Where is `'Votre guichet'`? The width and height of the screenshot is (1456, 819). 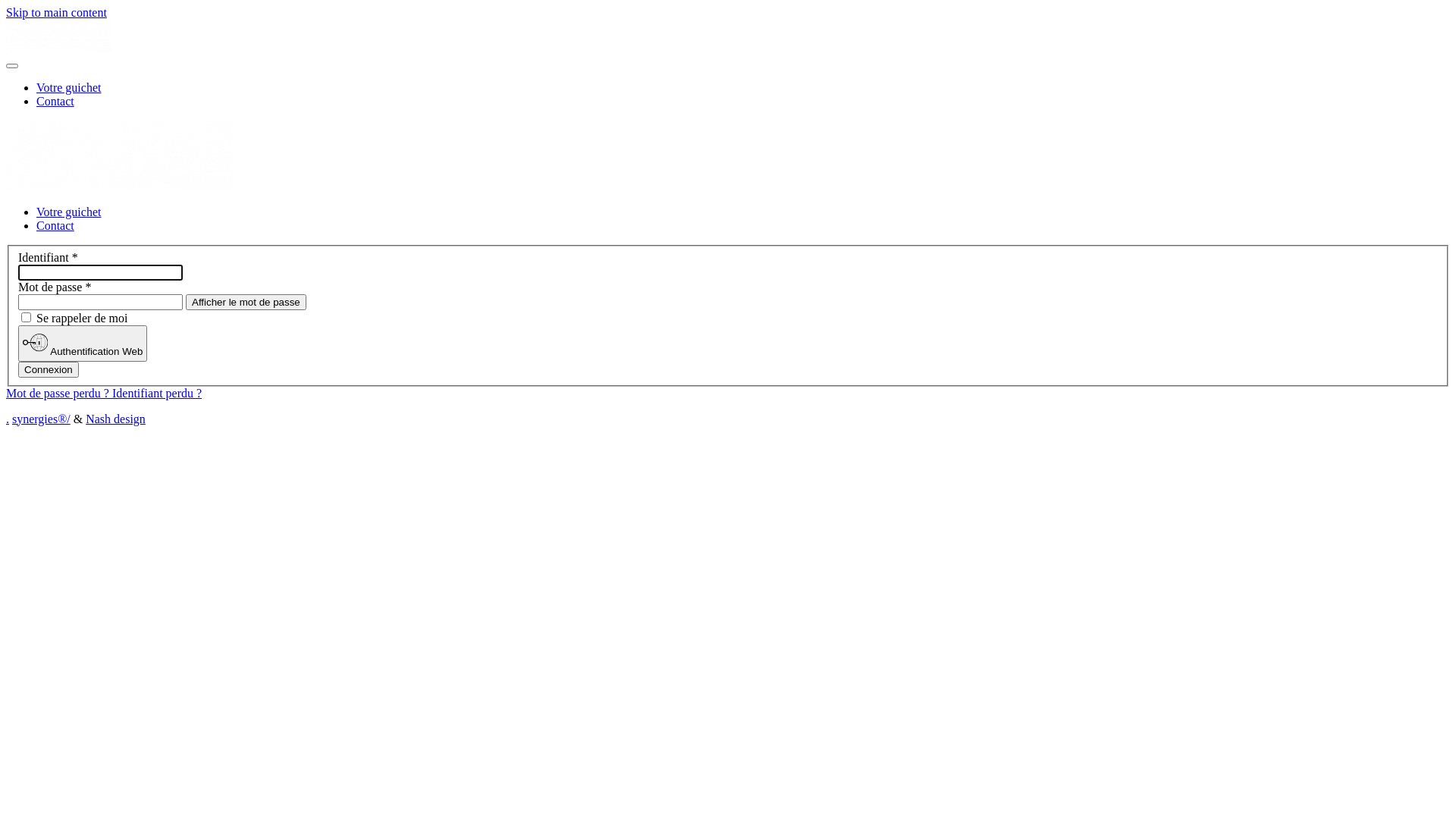
'Votre guichet' is located at coordinates (67, 212).